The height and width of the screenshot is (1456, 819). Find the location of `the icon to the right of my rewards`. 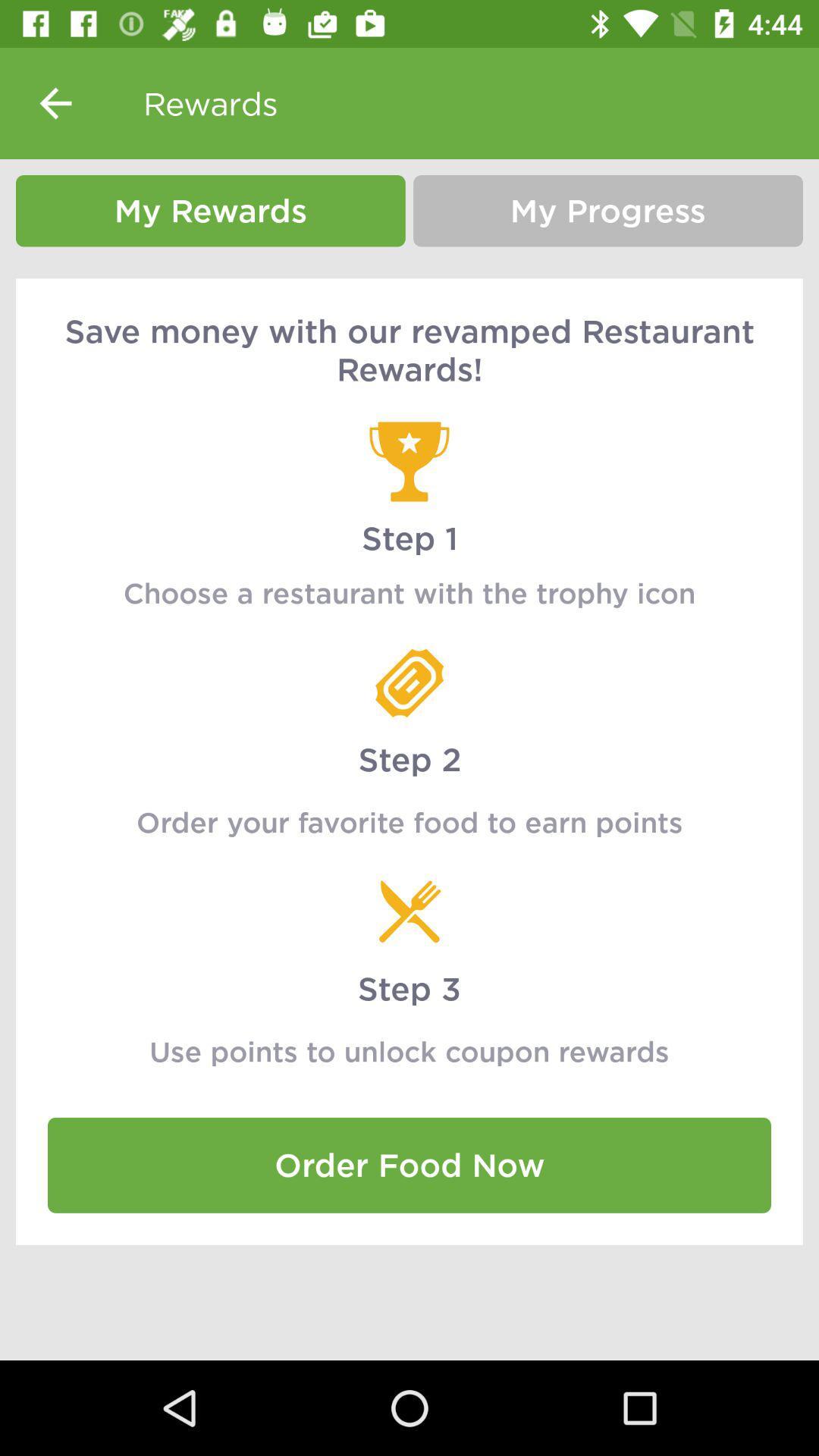

the icon to the right of my rewards is located at coordinates (607, 210).